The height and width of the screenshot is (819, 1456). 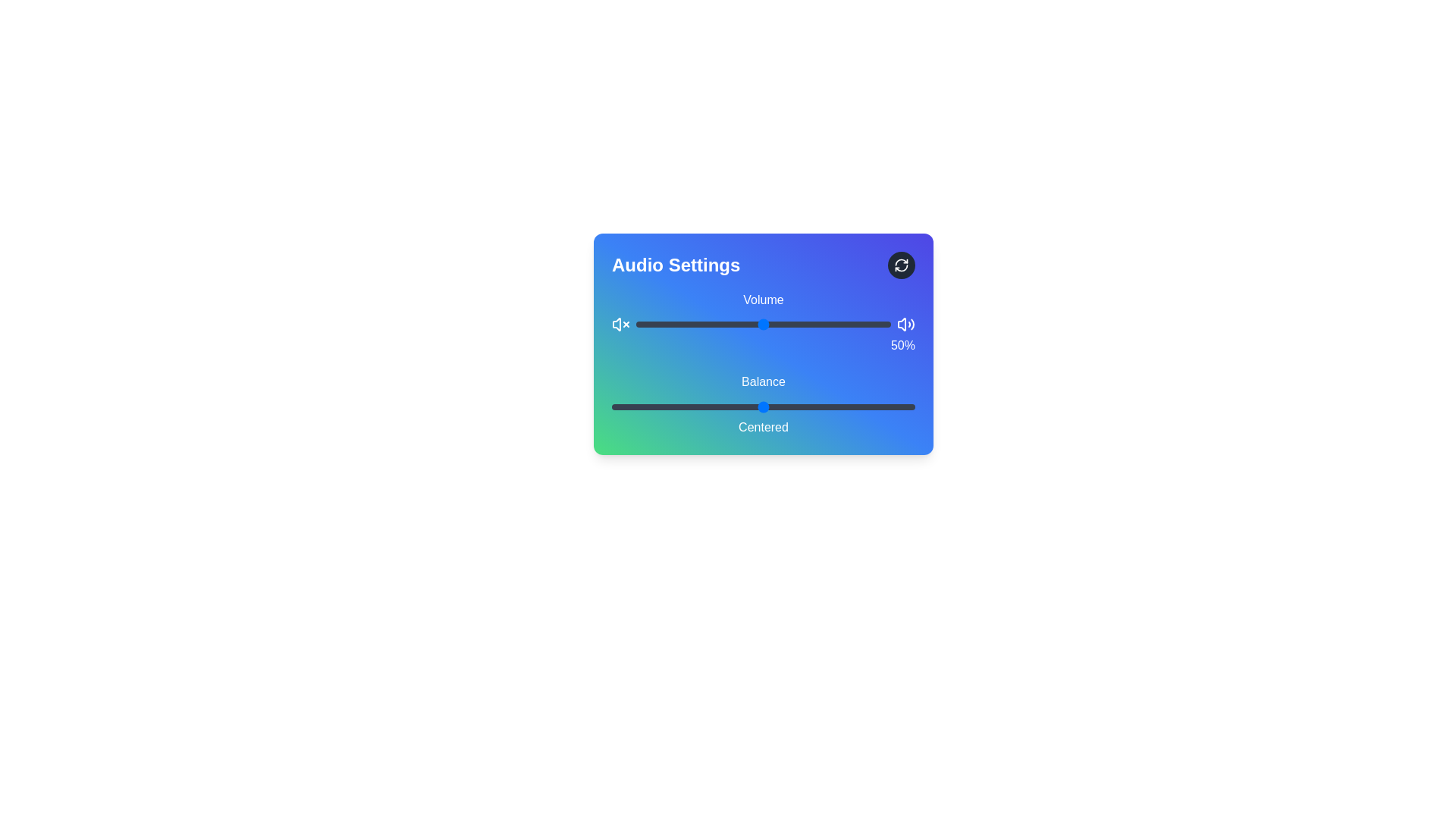 I want to click on the volume slider, so click(x=683, y=324).